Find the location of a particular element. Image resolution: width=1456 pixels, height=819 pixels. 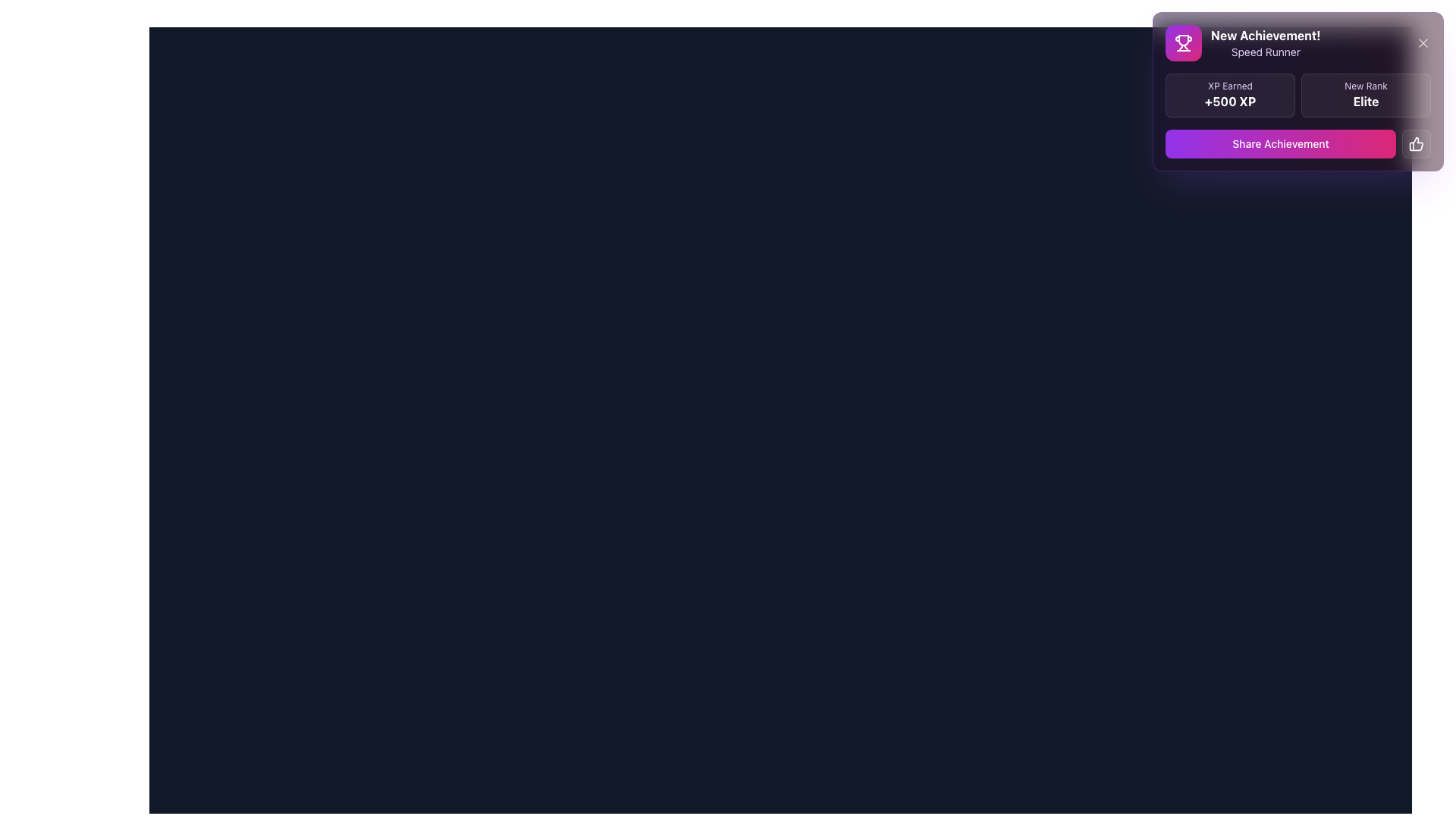

the share achievement button located in the top-right corner of the notification box, which is the second item in a row after a thumbs-up button is located at coordinates (1298, 143).